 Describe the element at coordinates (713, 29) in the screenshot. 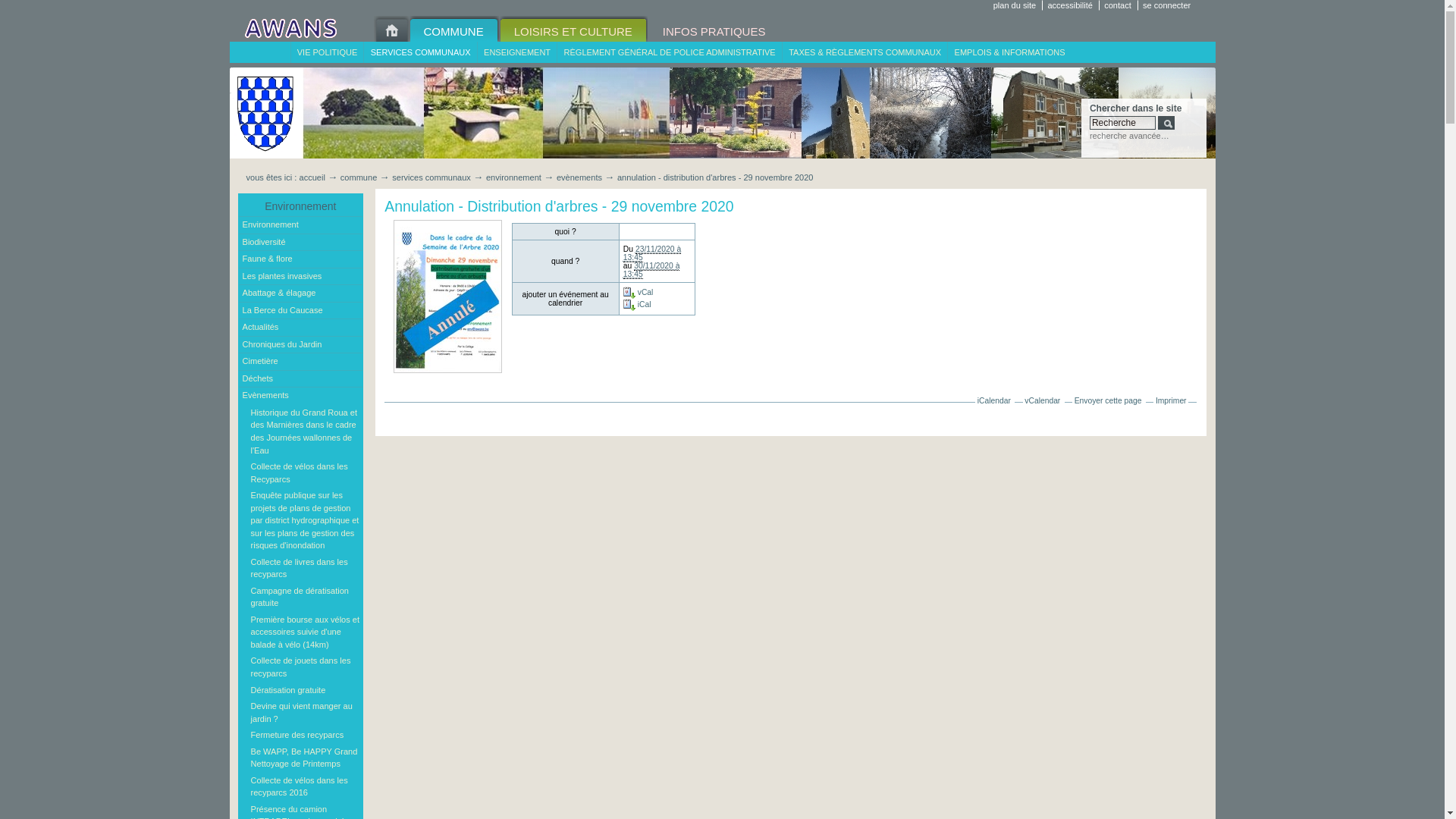

I see `'INFOS PRATIQUES'` at that location.